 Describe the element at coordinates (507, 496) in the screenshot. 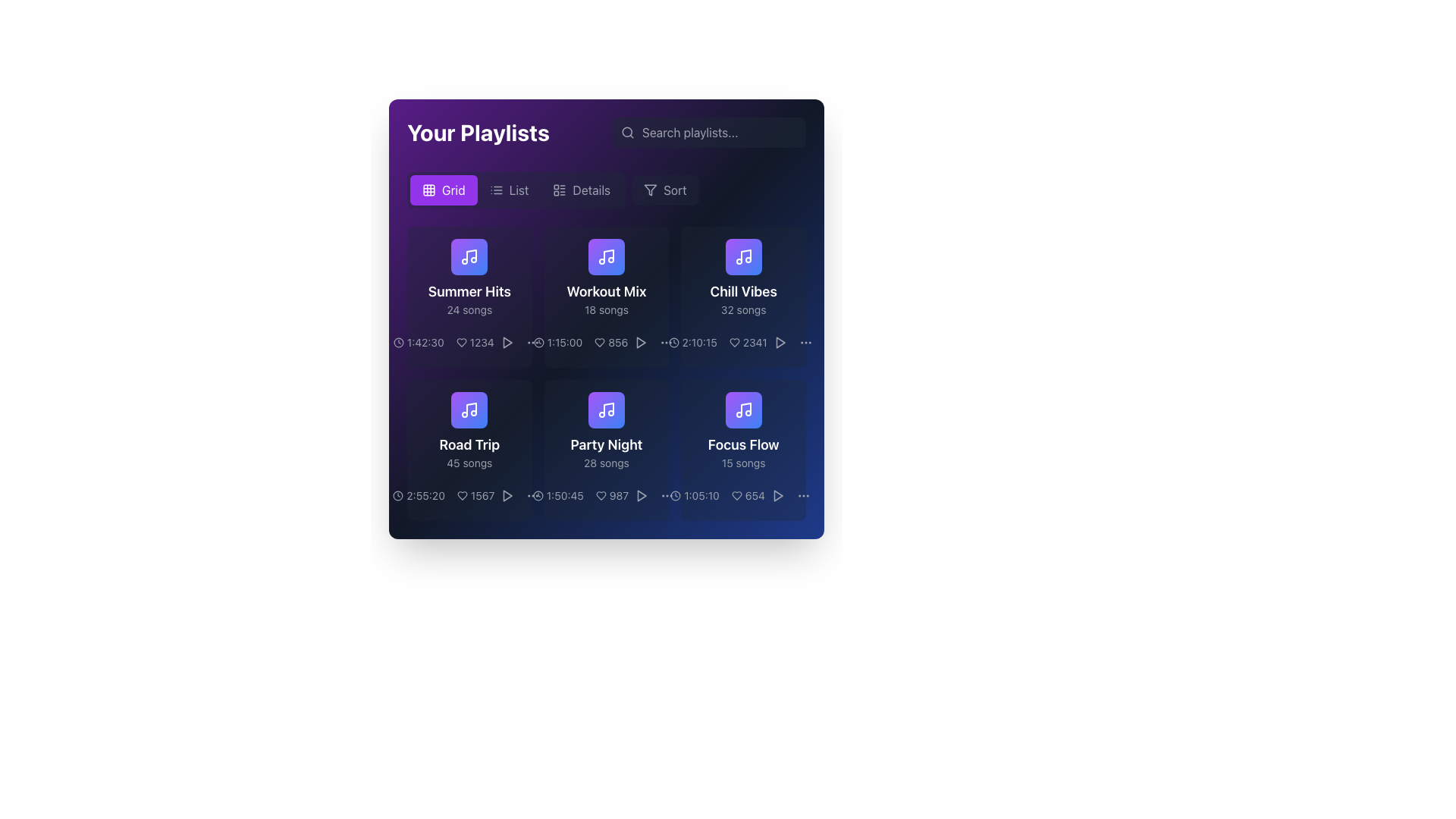

I see `the circular play button with a play icon to play the 'Road Trip' playlist located in the 'Your Playlists' section` at that location.